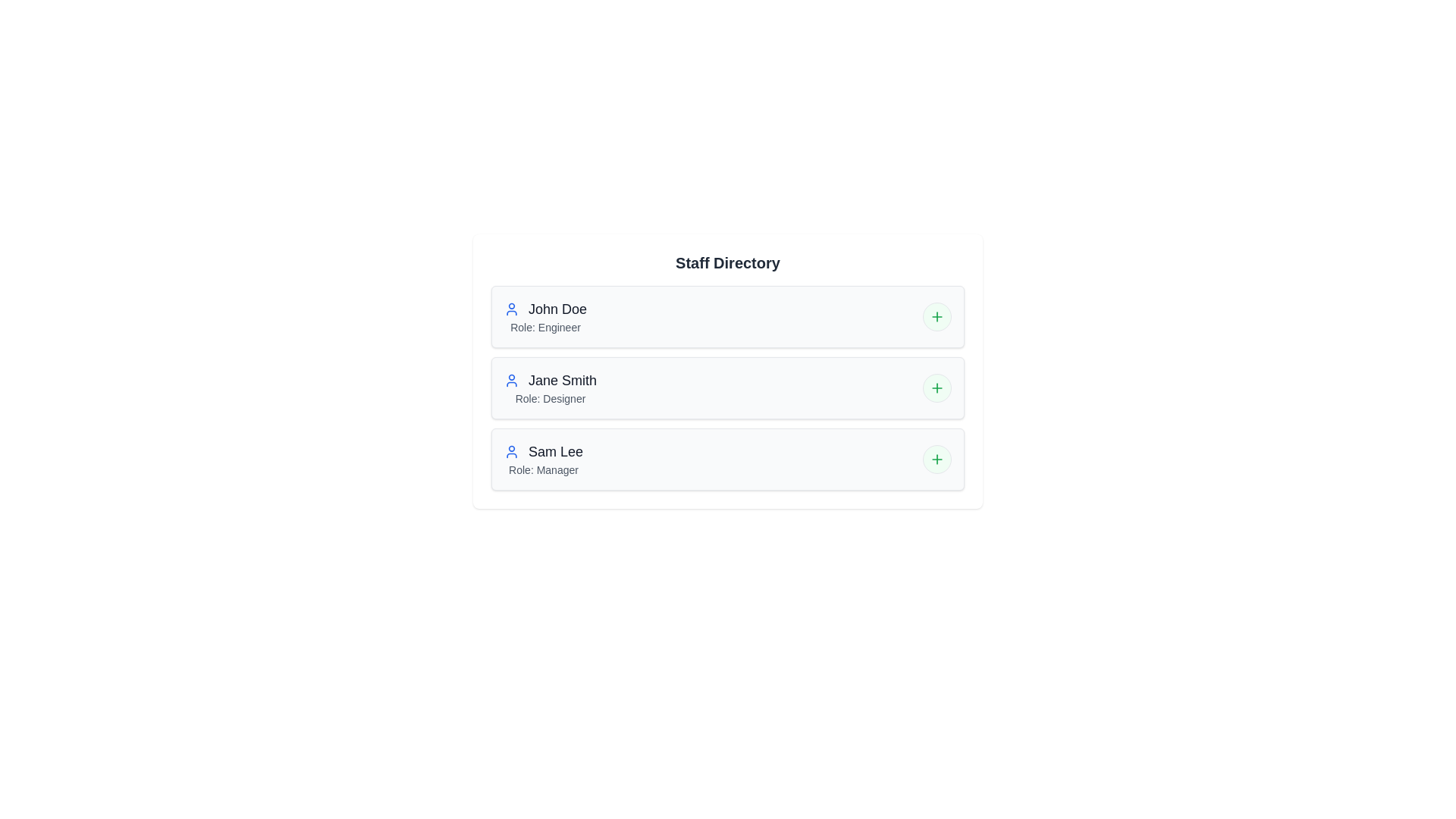  Describe the element at coordinates (937, 458) in the screenshot. I see `the expand/collapse button for Sam Lee` at that location.